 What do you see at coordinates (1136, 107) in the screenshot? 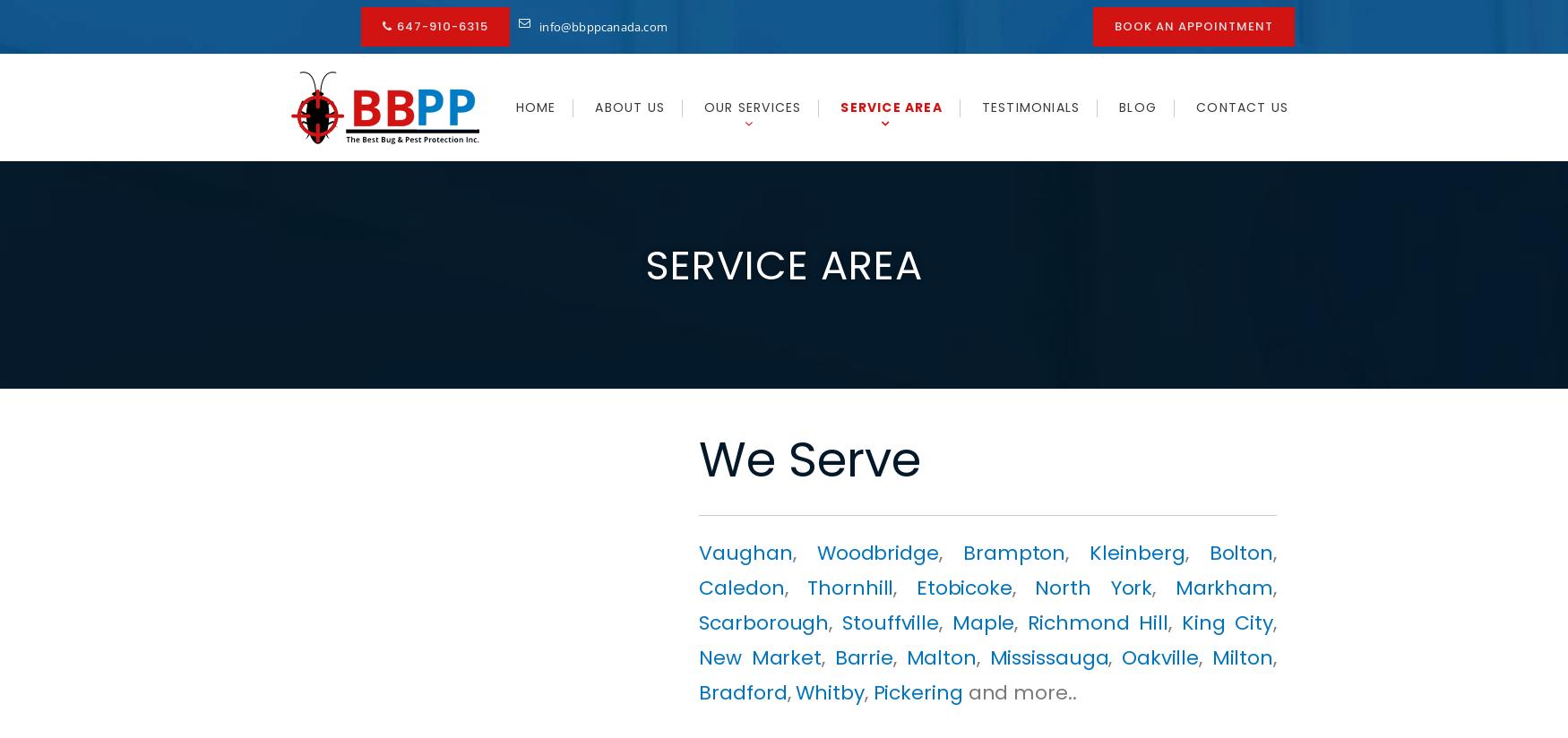
I see `'Blog'` at bounding box center [1136, 107].